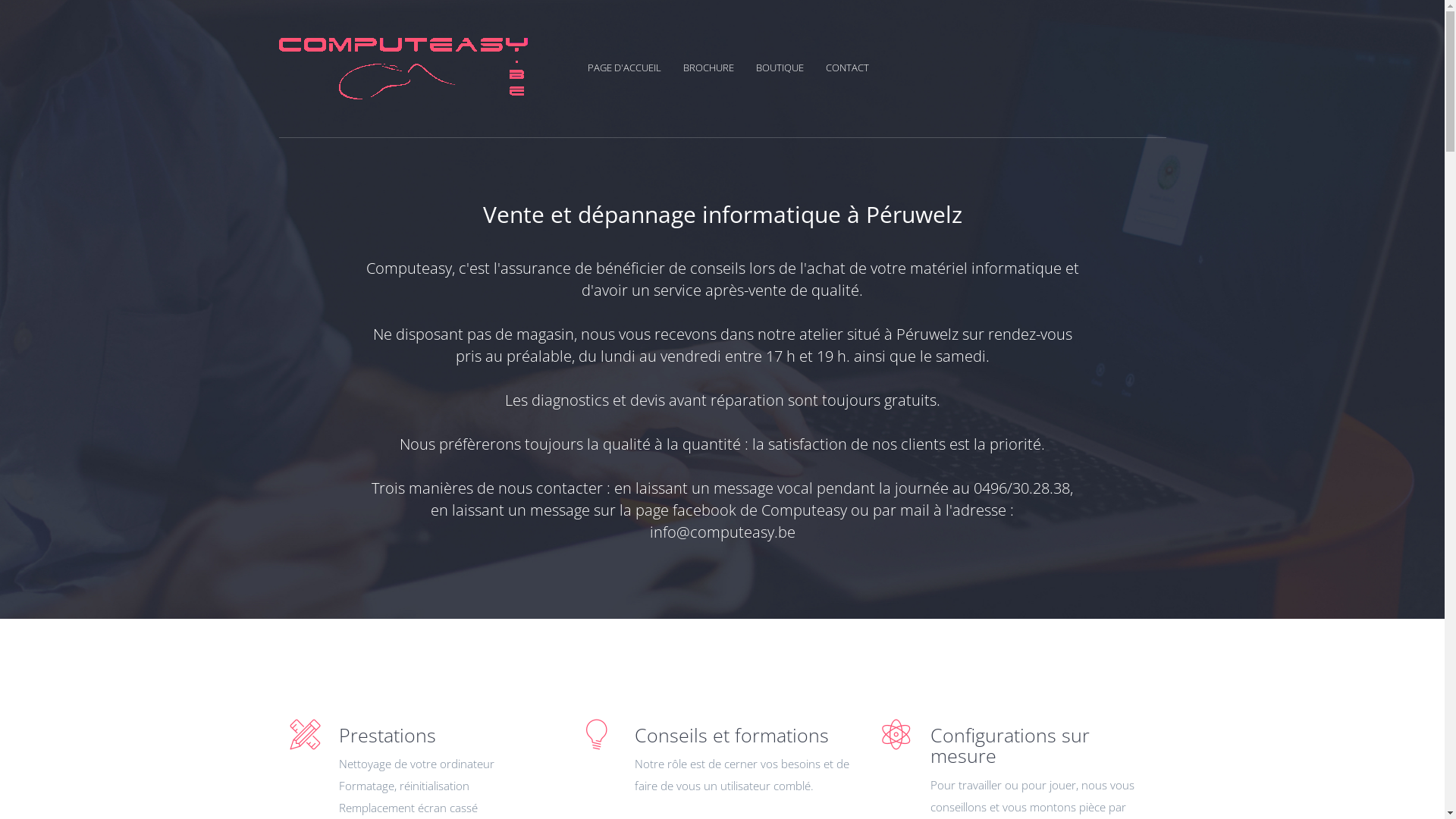  I want to click on 'BROCHURE', so click(716, 66).